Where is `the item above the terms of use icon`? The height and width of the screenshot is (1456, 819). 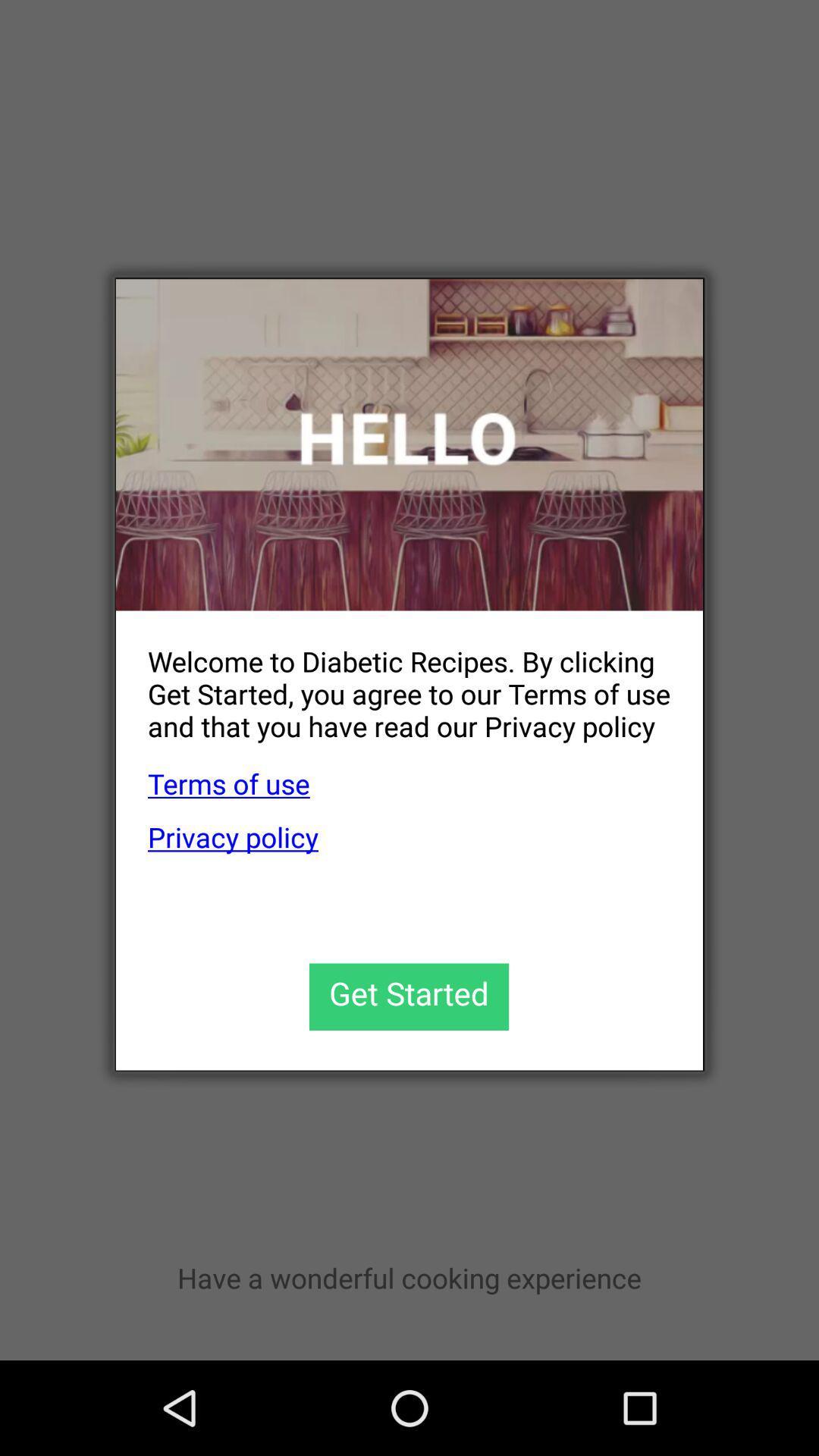 the item above the terms of use icon is located at coordinates (393, 681).